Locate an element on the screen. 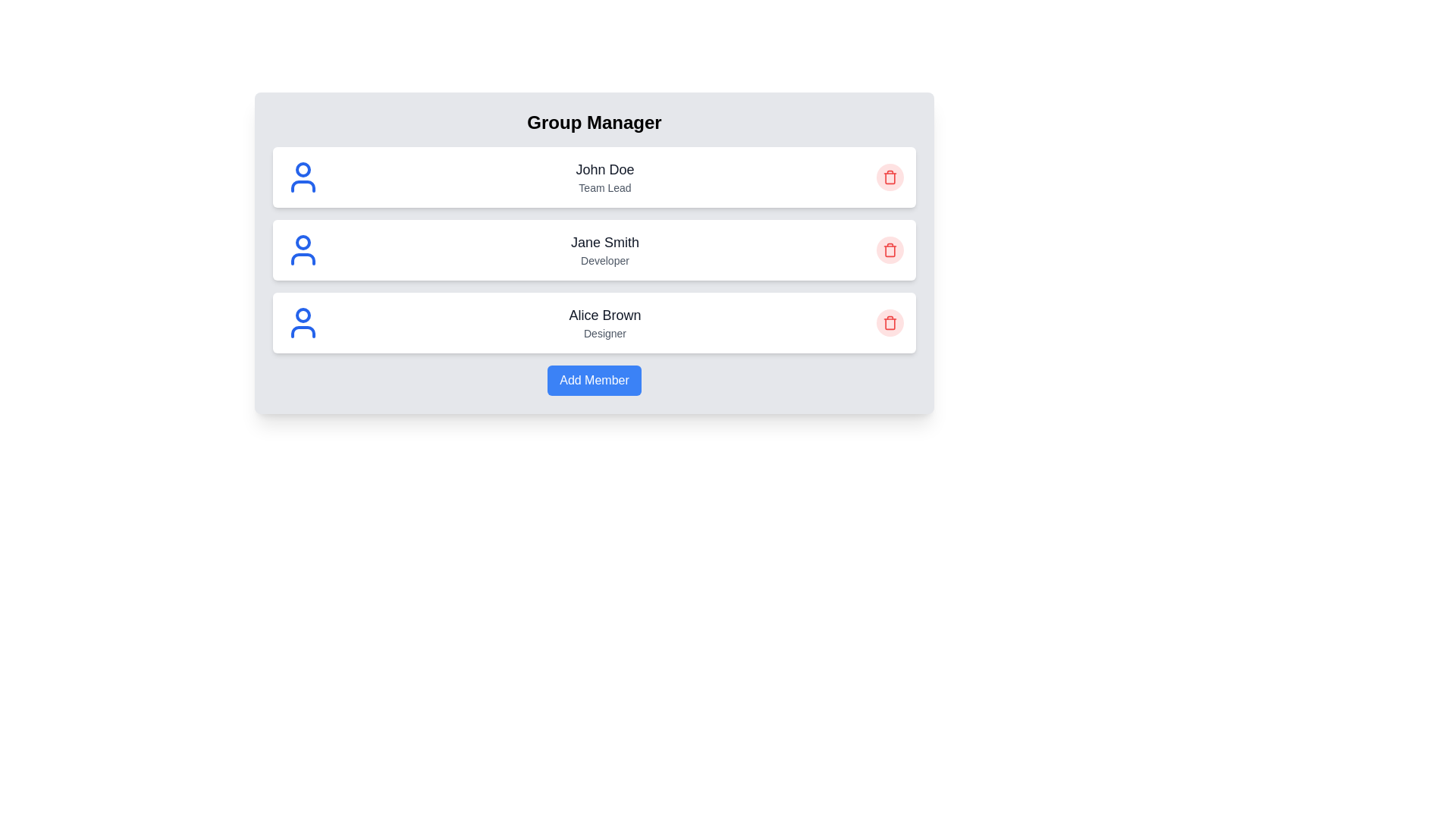 This screenshot has height=819, width=1456. the delete button located at the far right of the card containing 'Jane Smith' and 'Developer' is located at coordinates (890, 249).